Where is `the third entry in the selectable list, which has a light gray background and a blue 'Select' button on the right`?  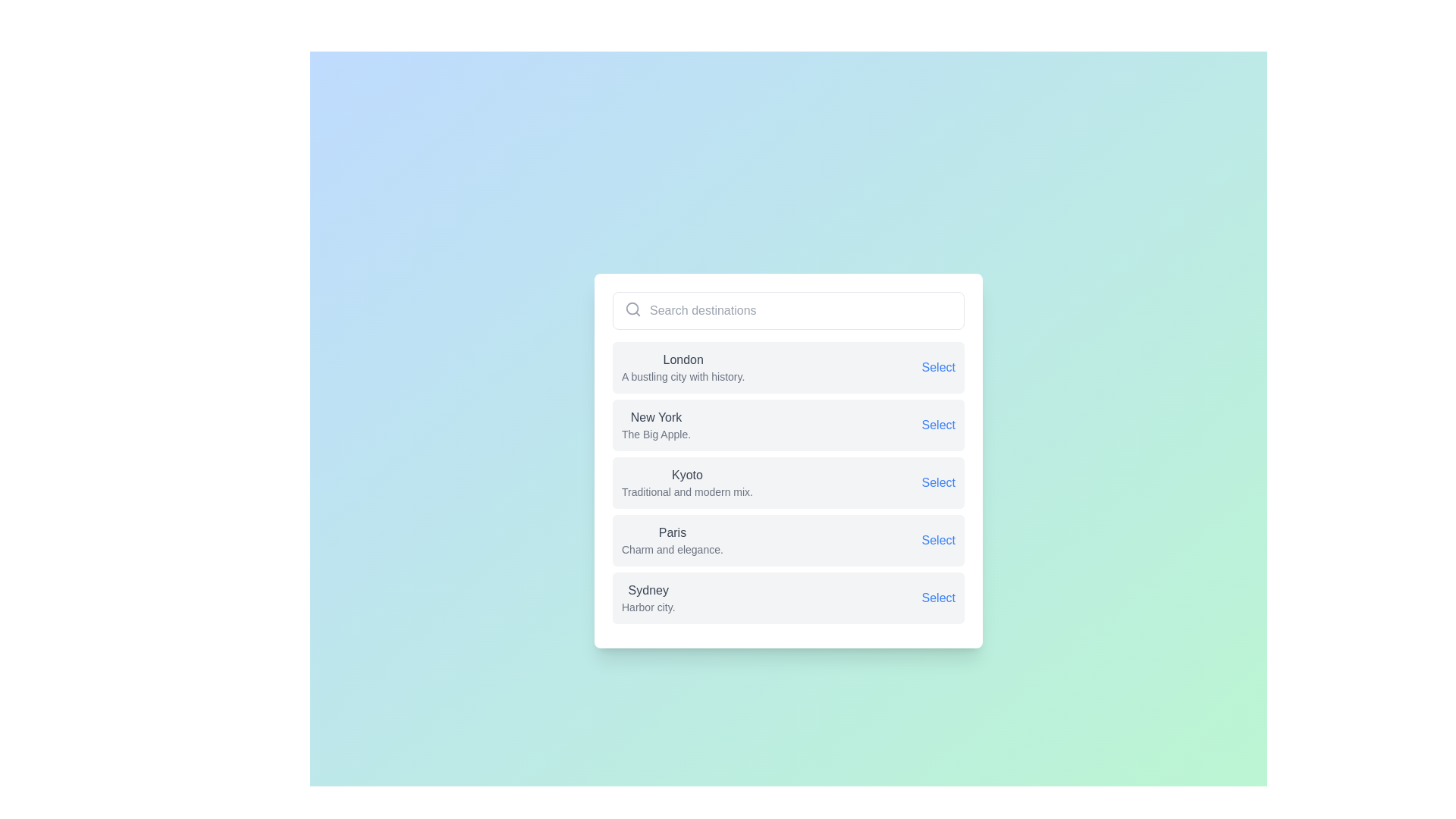 the third entry in the selectable list, which has a light gray background and a blue 'Select' button on the right is located at coordinates (789, 460).